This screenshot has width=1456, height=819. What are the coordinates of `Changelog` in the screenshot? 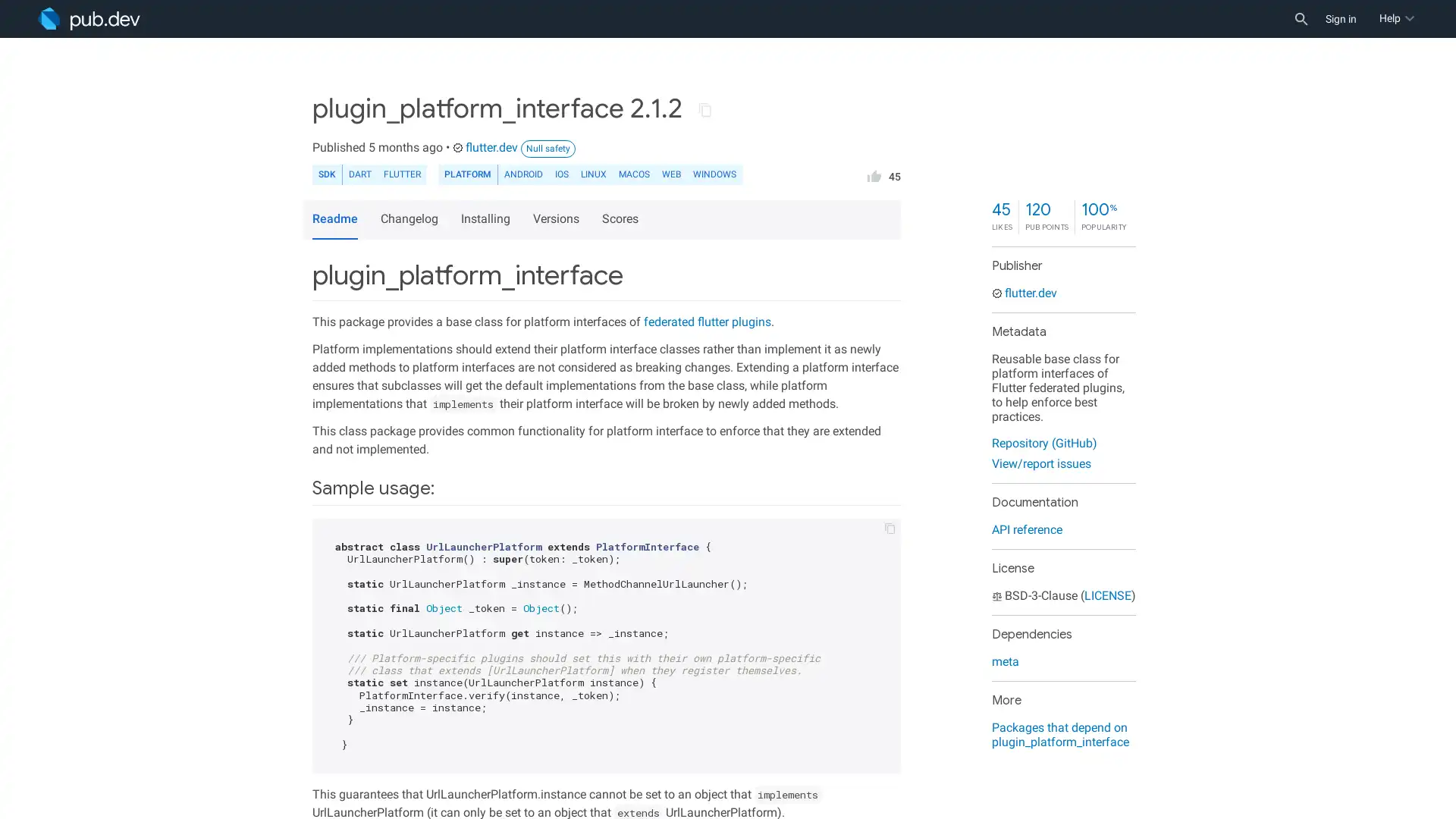 It's located at (411, 219).